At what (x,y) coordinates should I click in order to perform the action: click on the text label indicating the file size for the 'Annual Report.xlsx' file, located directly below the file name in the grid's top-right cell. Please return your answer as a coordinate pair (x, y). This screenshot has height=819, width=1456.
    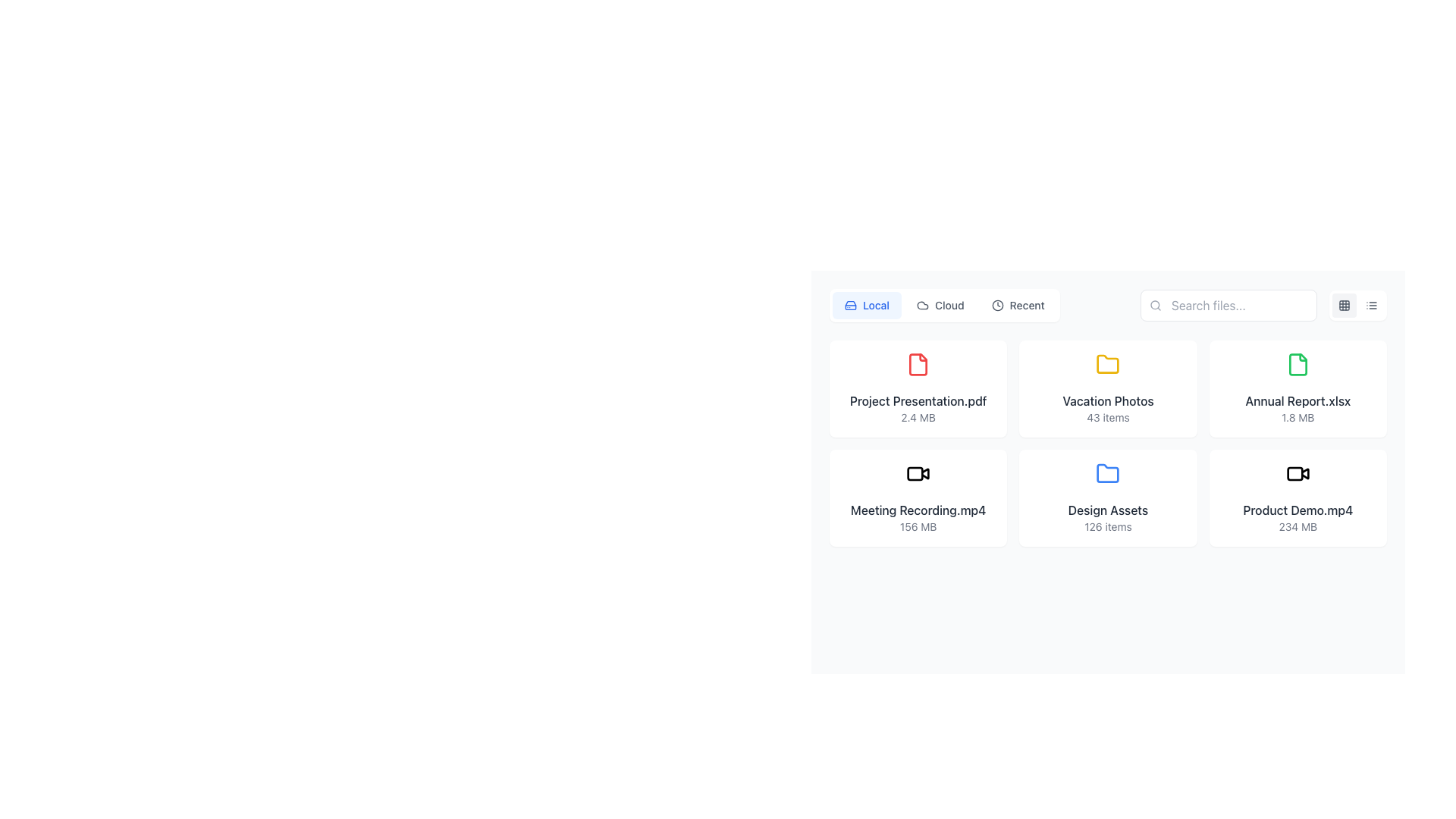
    Looking at the image, I should click on (1297, 418).